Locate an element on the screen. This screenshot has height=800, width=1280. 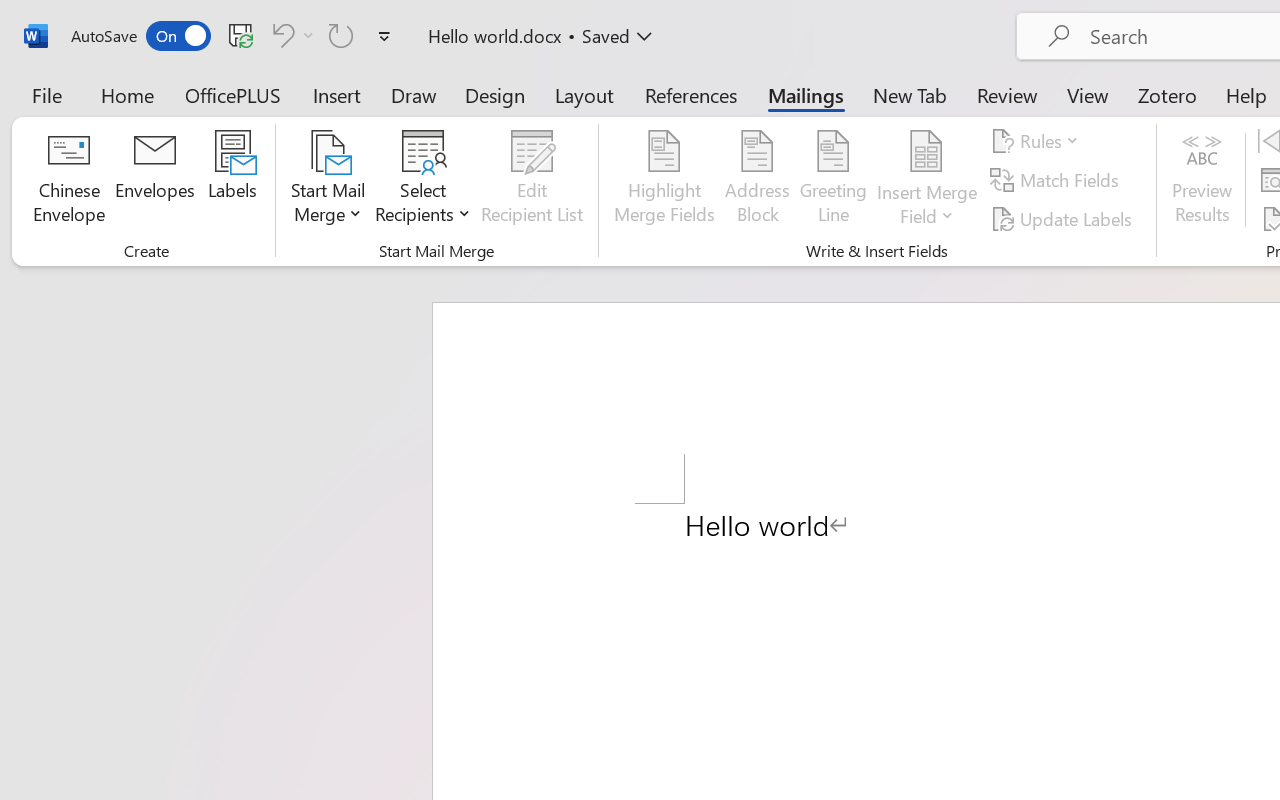
'Home' is located at coordinates (127, 94).